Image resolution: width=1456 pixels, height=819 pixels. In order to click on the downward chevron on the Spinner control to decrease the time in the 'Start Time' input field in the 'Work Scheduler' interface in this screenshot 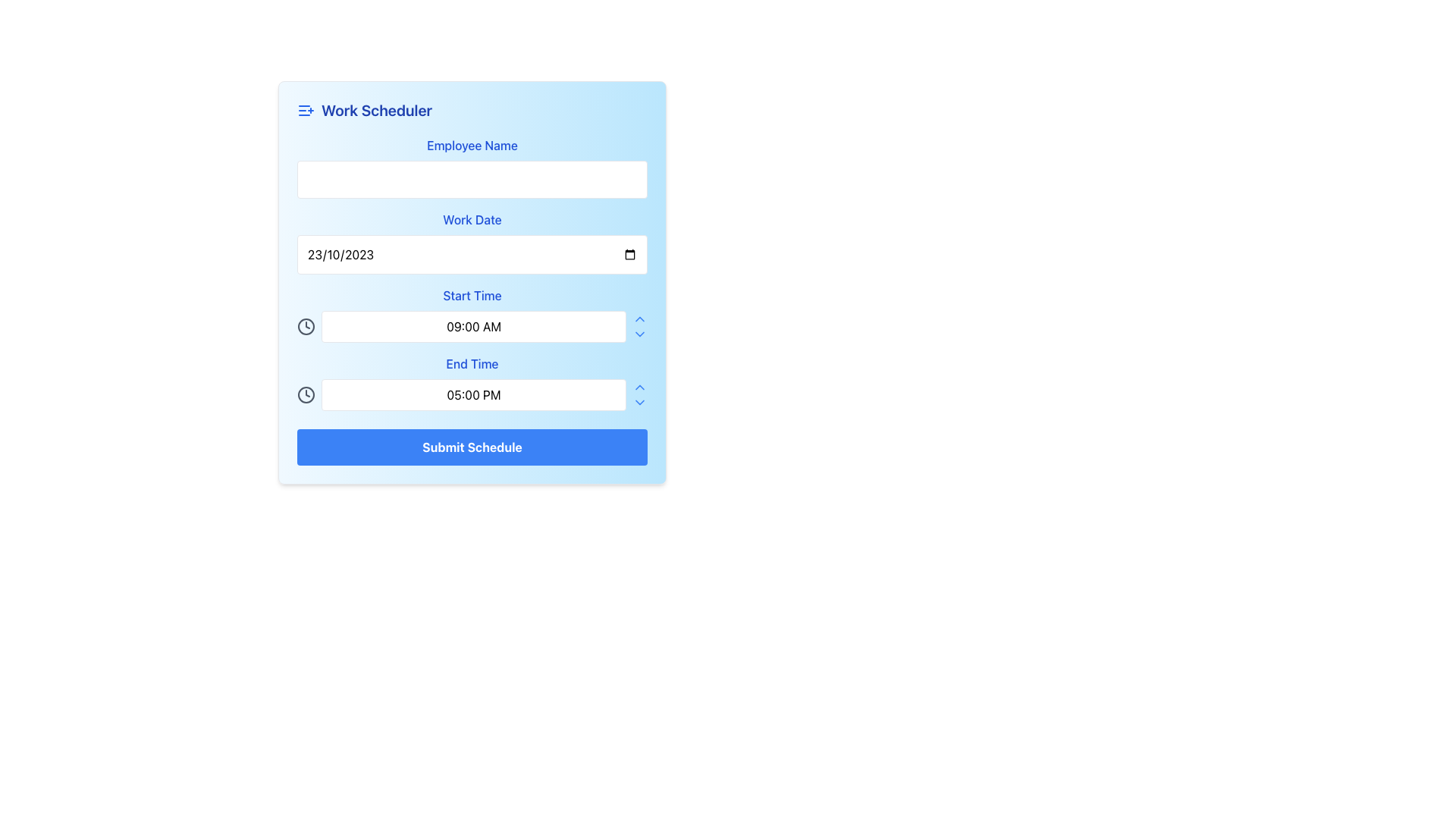, I will do `click(640, 326)`.